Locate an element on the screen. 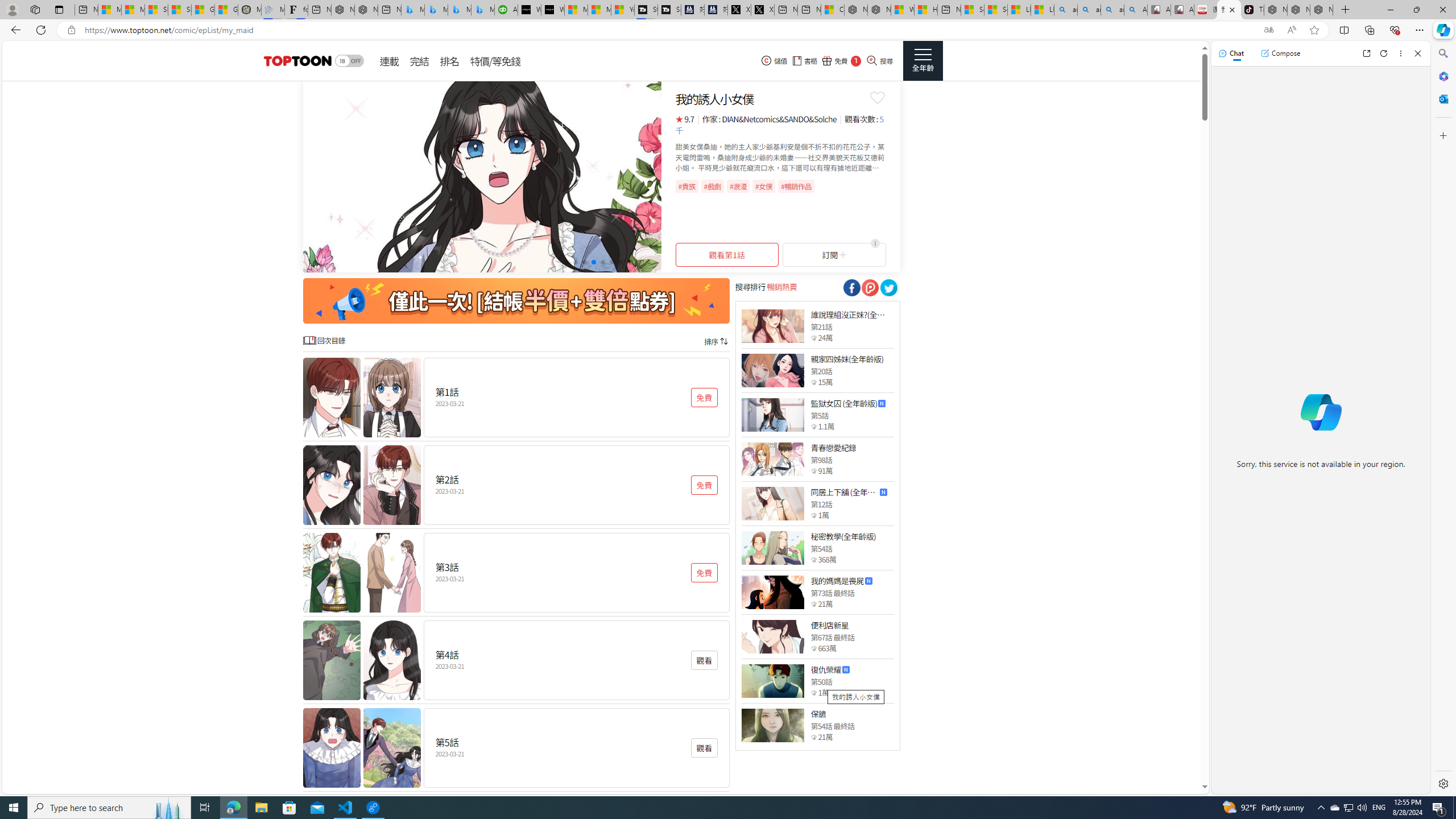 This screenshot has width=1456, height=819. 'Show translate options' is located at coordinates (1268, 30).